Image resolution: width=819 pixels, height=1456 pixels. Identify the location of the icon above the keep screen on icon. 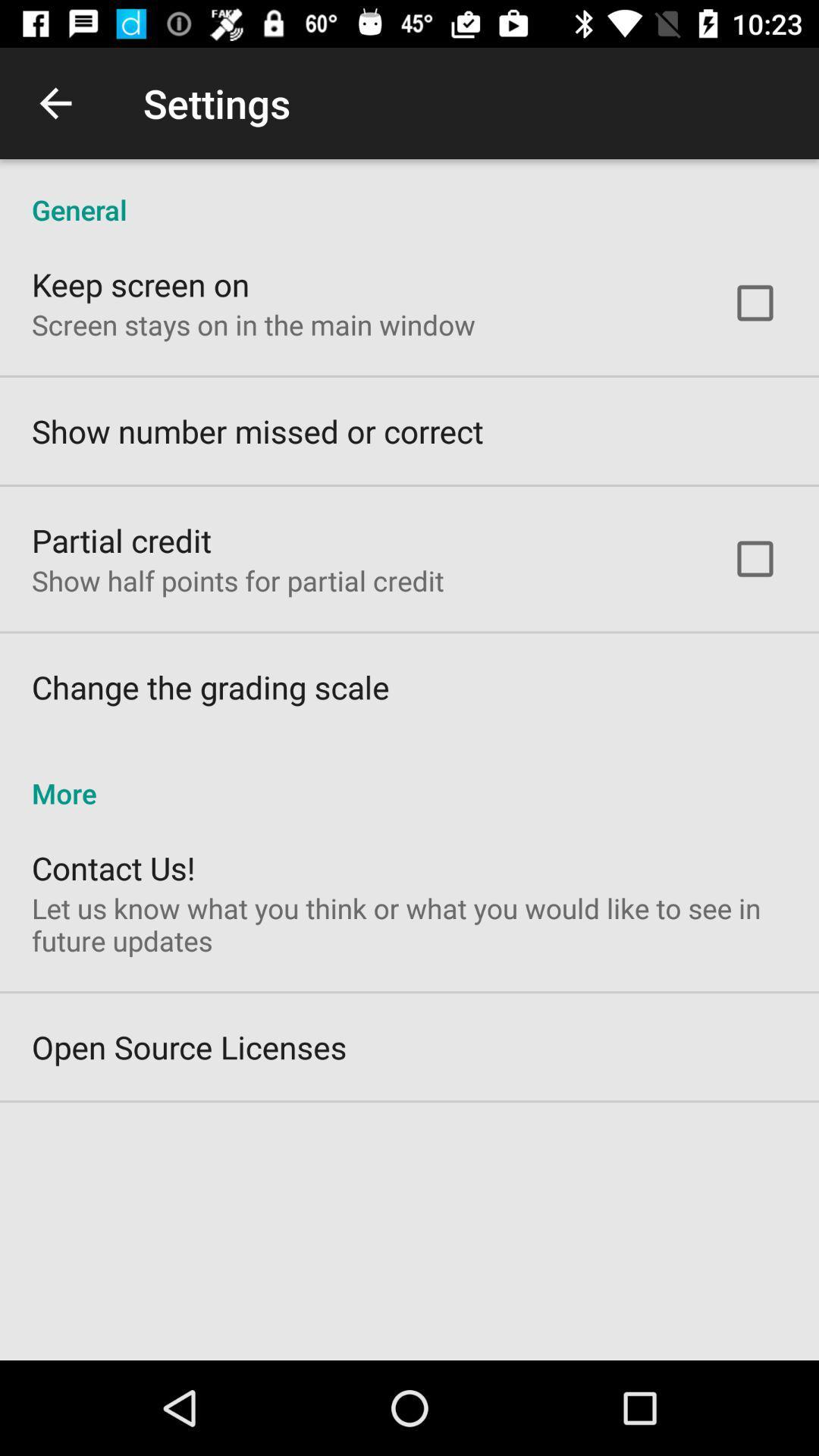
(409, 193).